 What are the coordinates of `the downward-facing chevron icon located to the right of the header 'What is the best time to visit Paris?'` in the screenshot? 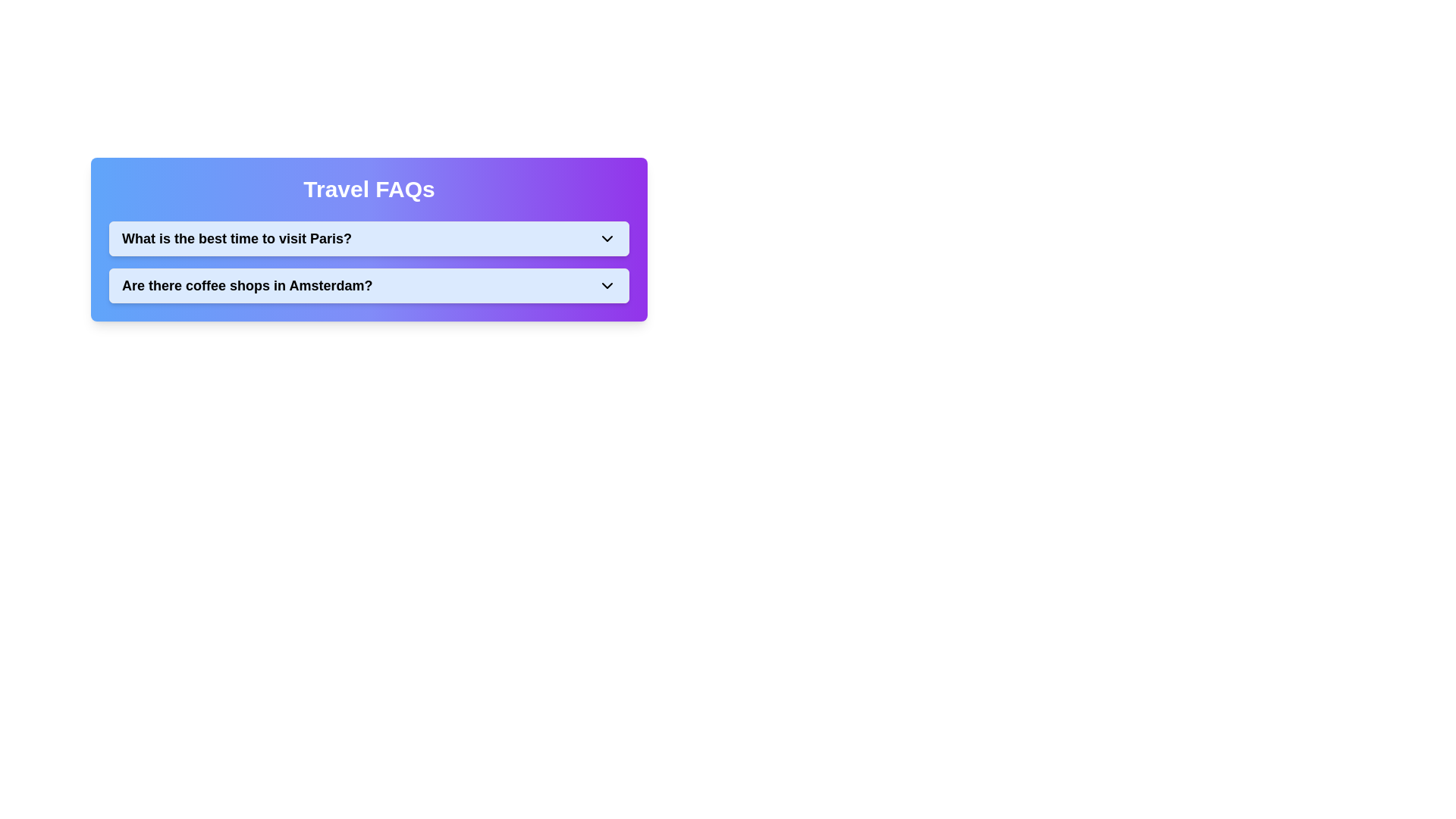 It's located at (607, 239).